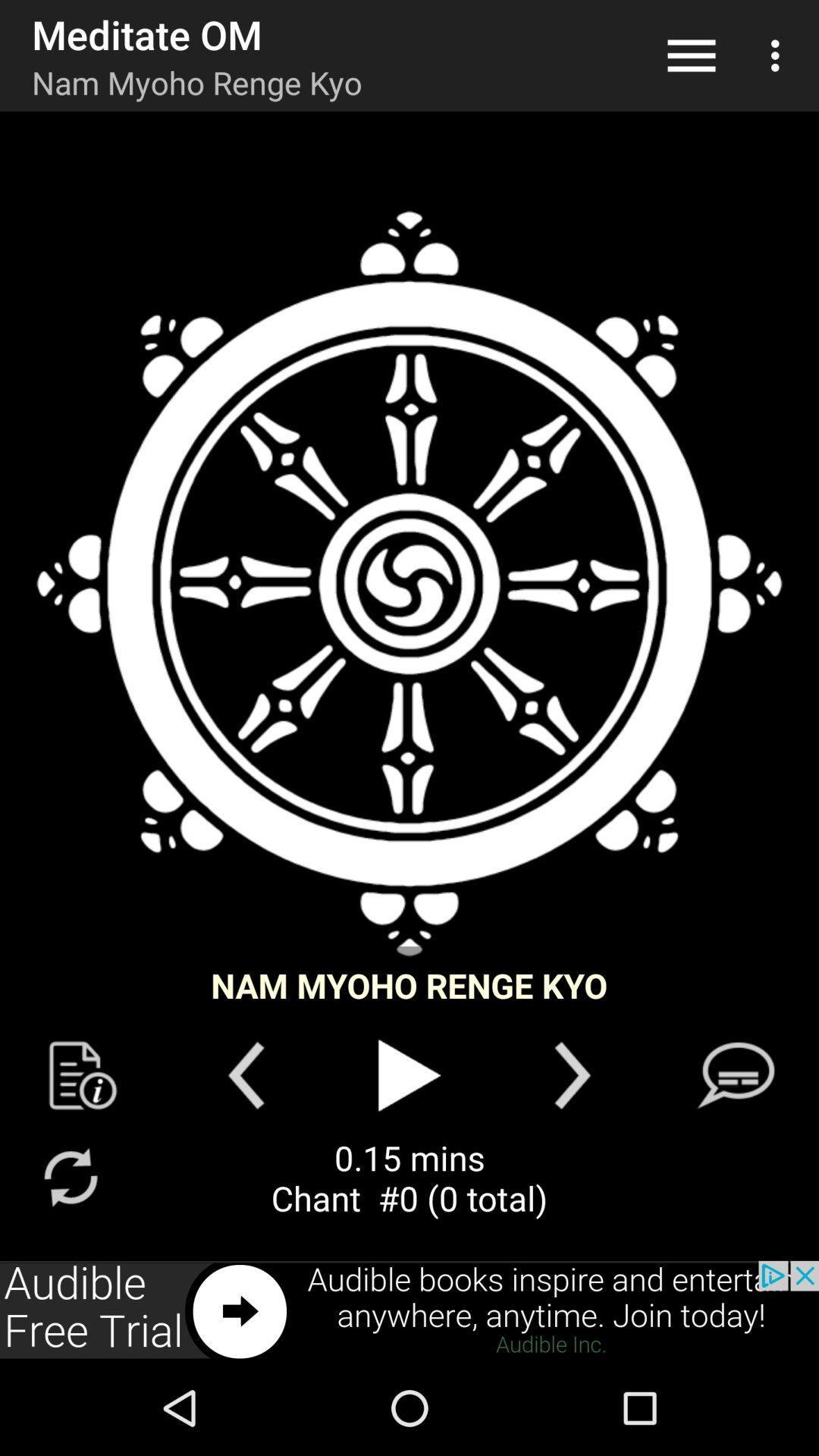 The width and height of the screenshot is (819, 1456). I want to click on refresh button, so click(70, 1176).